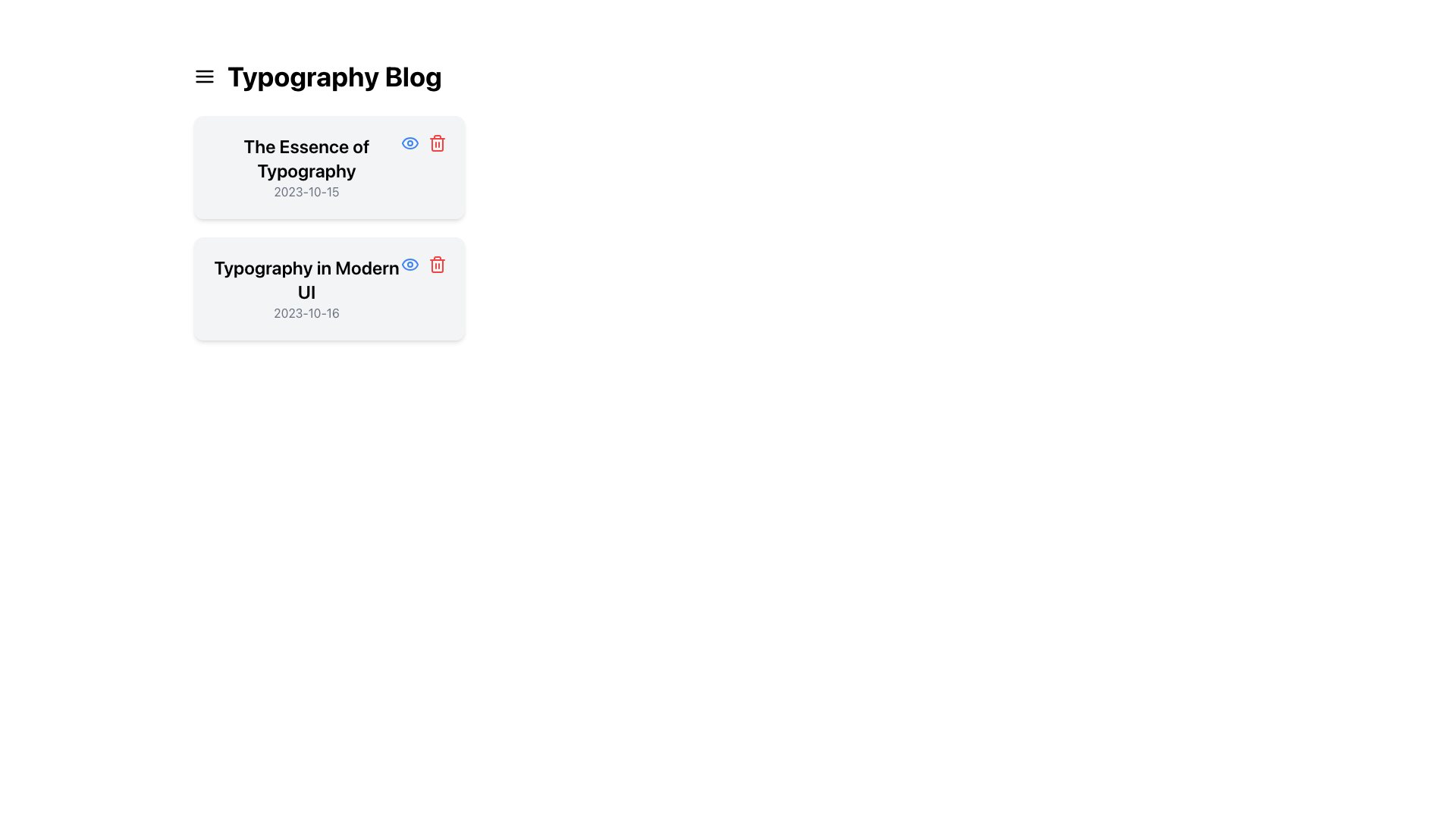  What do you see at coordinates (410, 263) in the screenshot?
I see `the view button located in the second card of the vertically stacked list, positioned to the right of a red trash bin icon` at bounding box center [410, 263].